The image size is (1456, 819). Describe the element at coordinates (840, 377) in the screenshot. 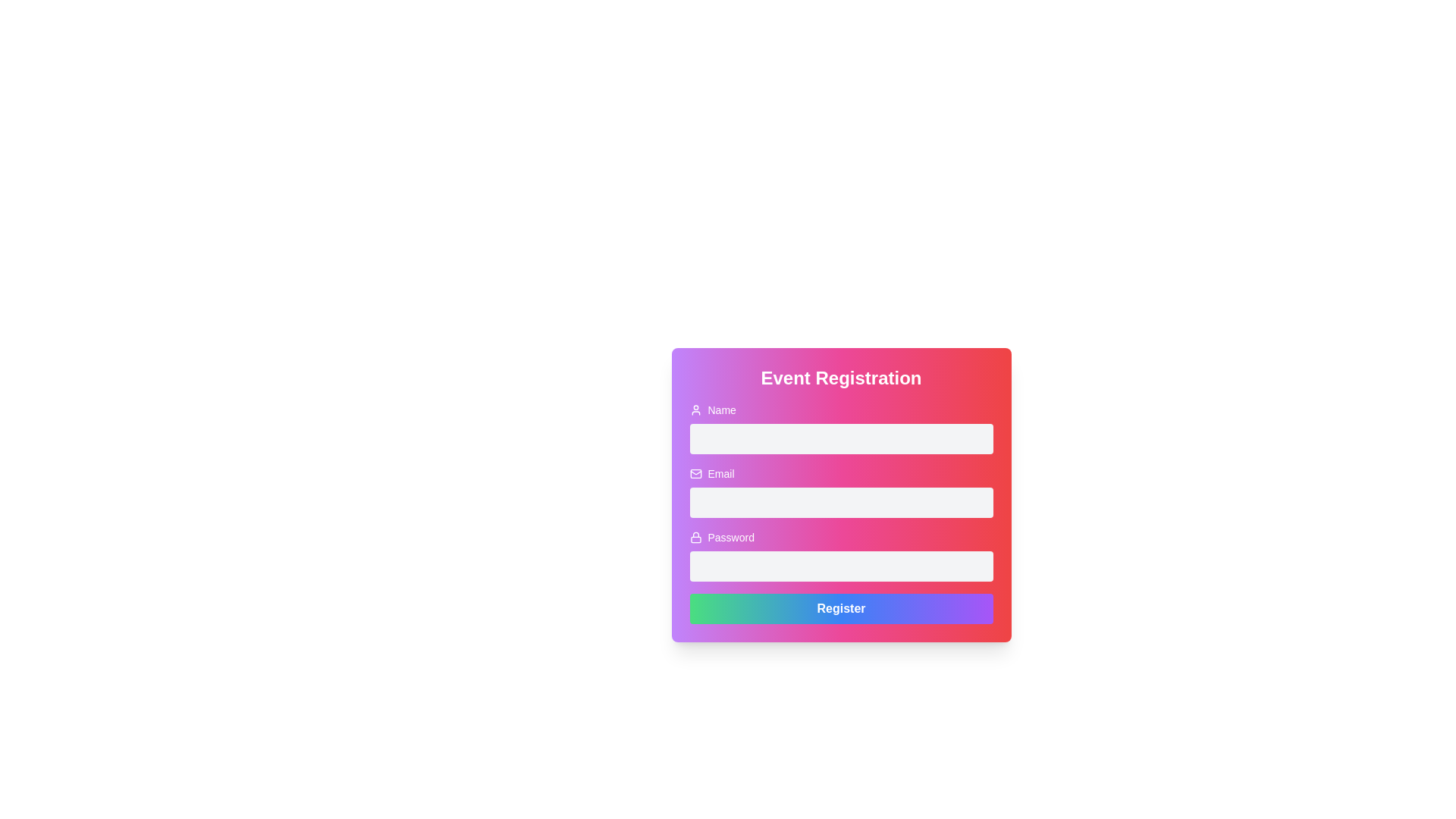

I see `Header or Title Text located at the top of the form, which indicates the purpose of the form to the user` at that location.